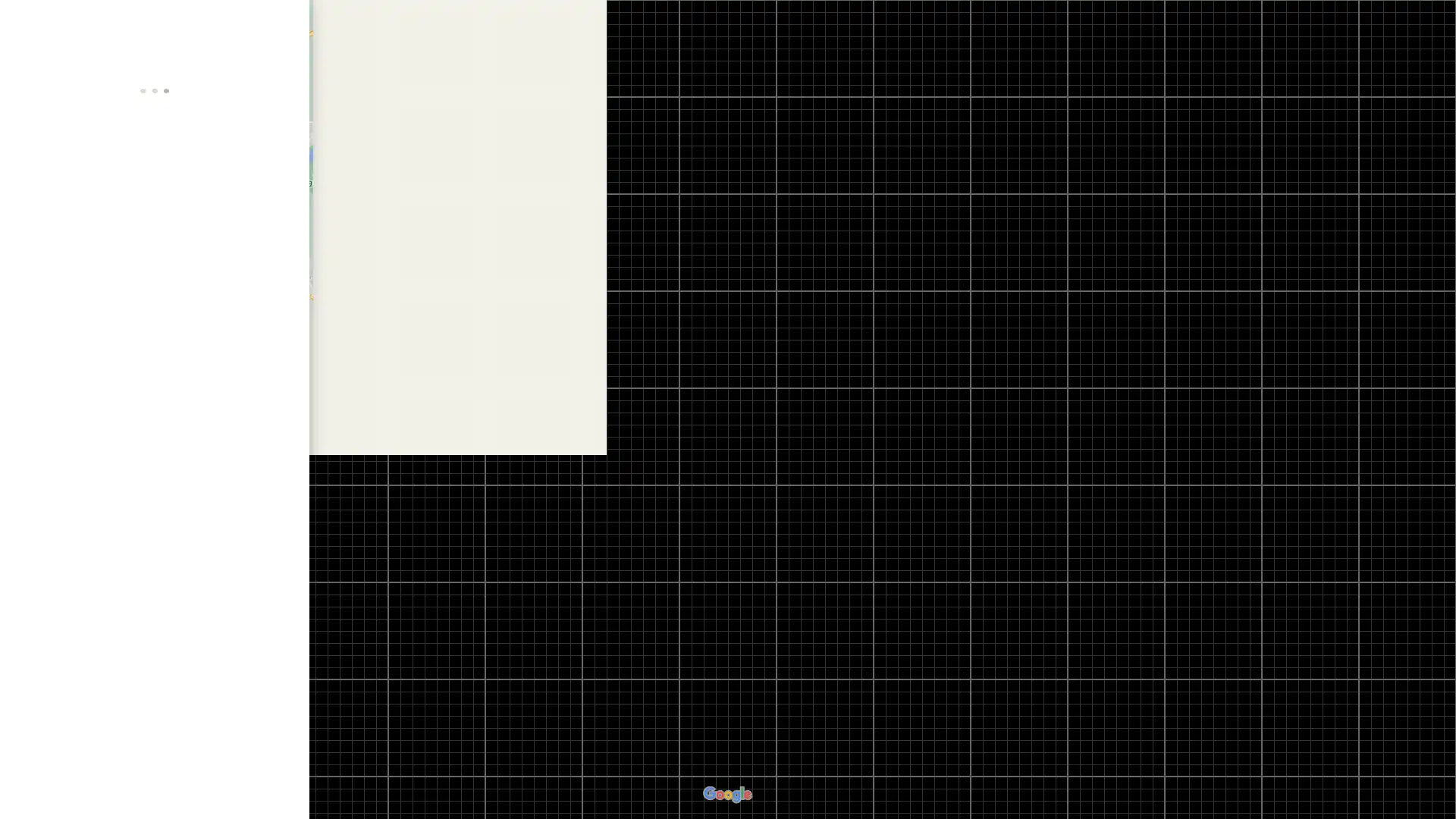 The image size is (1456, 819). I want to click on Share TOVARNA.CZ, s.r.o., so click(265, 296).